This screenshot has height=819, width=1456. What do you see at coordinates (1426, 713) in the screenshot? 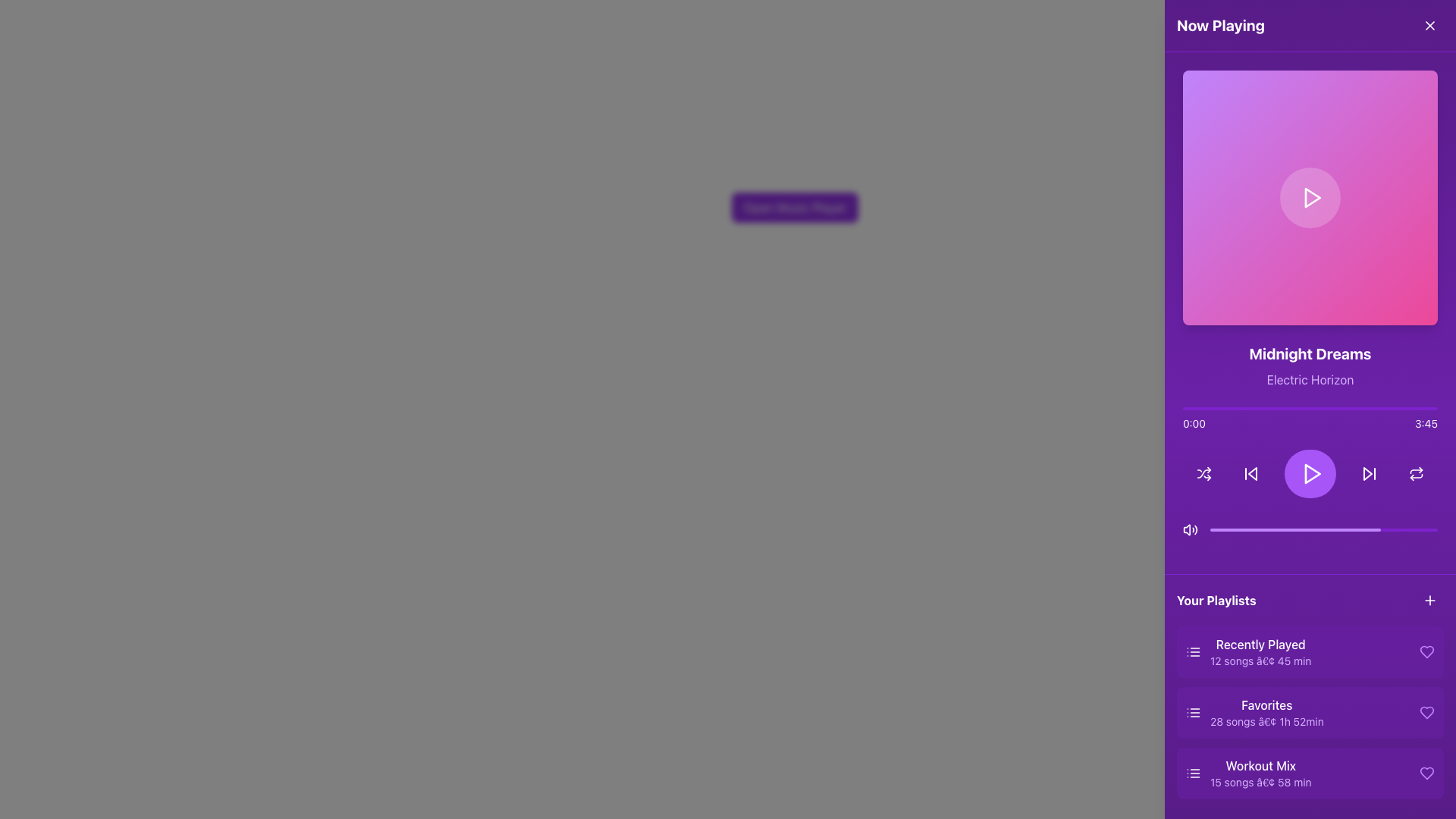
I see `the heart-shaped icon located beside the 'Favorites' playlist in the 'Your Playlists' section` at bounding box center [1426, 713].